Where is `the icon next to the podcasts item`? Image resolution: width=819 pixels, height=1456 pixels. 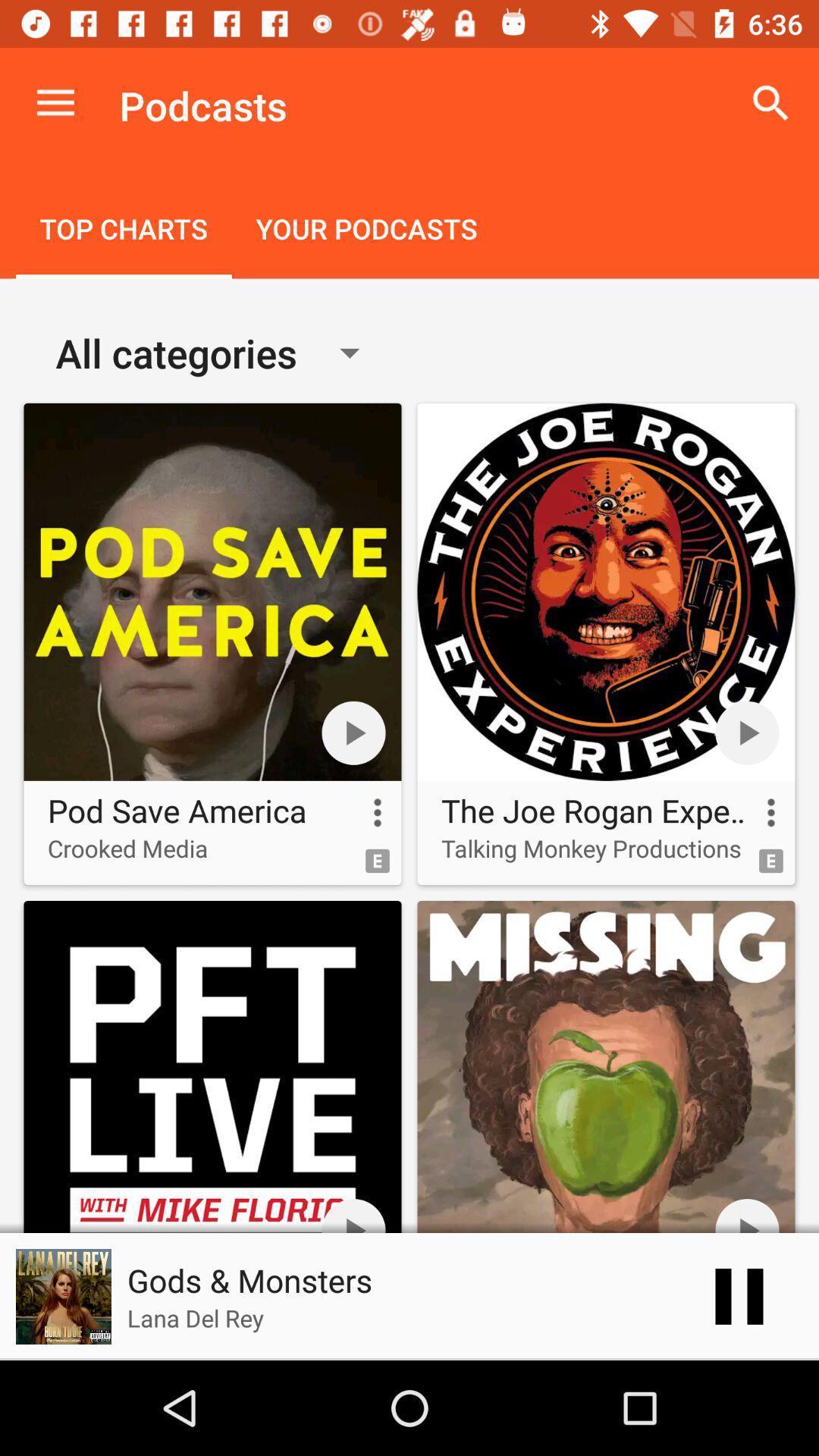 the icon next to the podcasts item is located at coordinates (771, 102).